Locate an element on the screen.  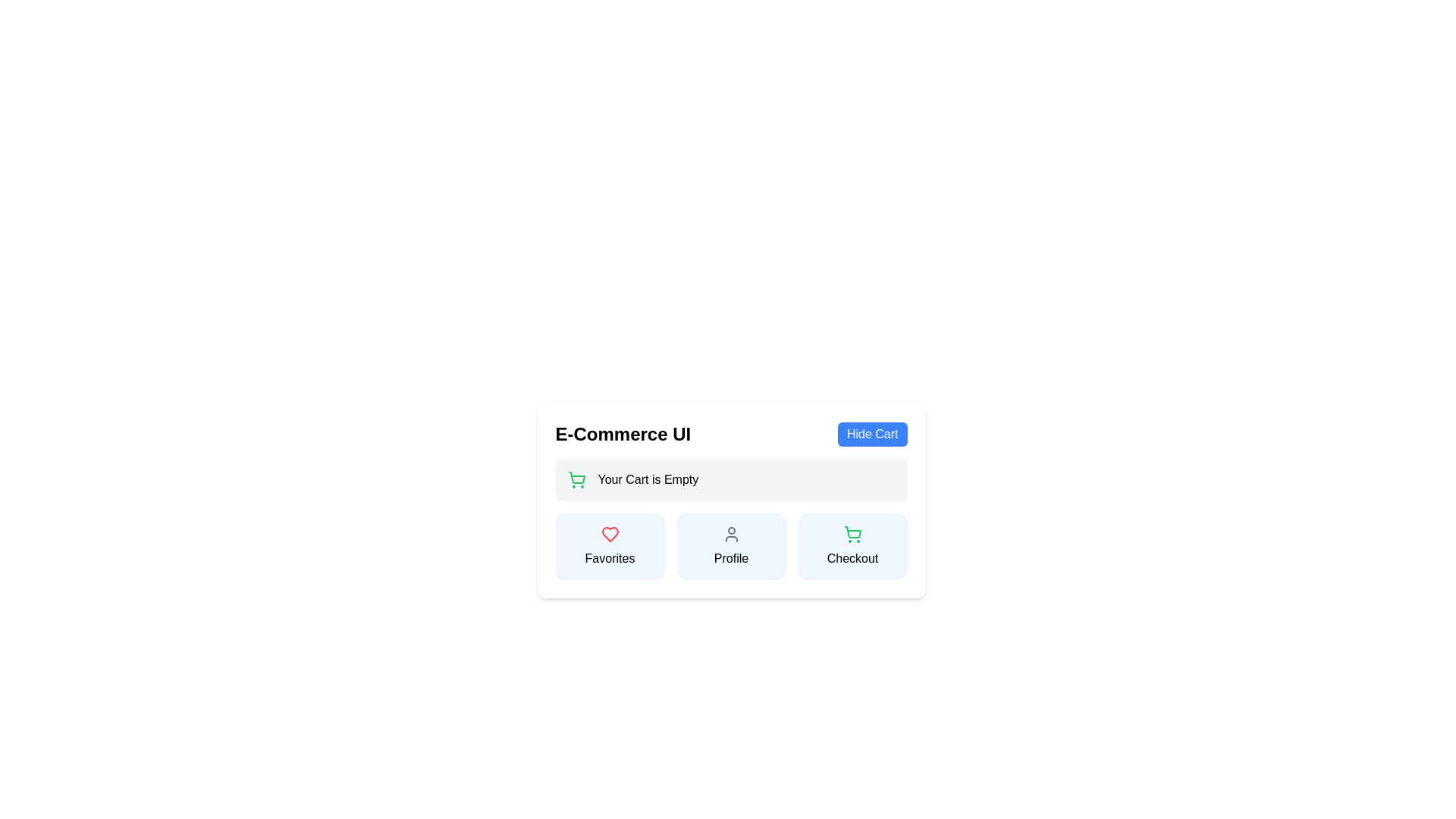
the user icon, which is an outline style gray icon with a circular head and partial oval base, located in the center of the 'Profile' button is located at coordinates (731, 534).